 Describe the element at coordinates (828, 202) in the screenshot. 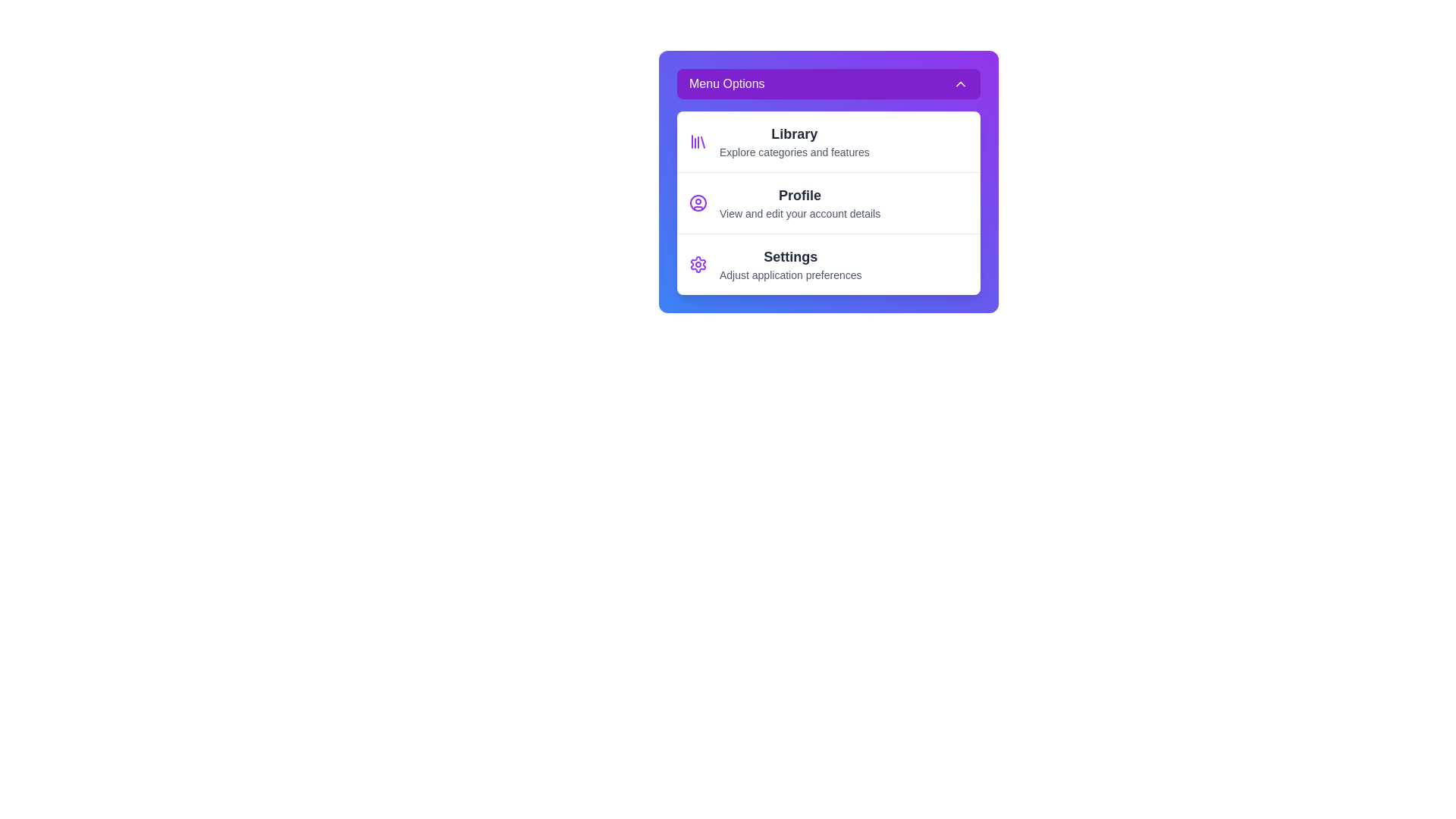

I see `the second interactive list item in the navigation menu, which leads to the profile page` at that location.